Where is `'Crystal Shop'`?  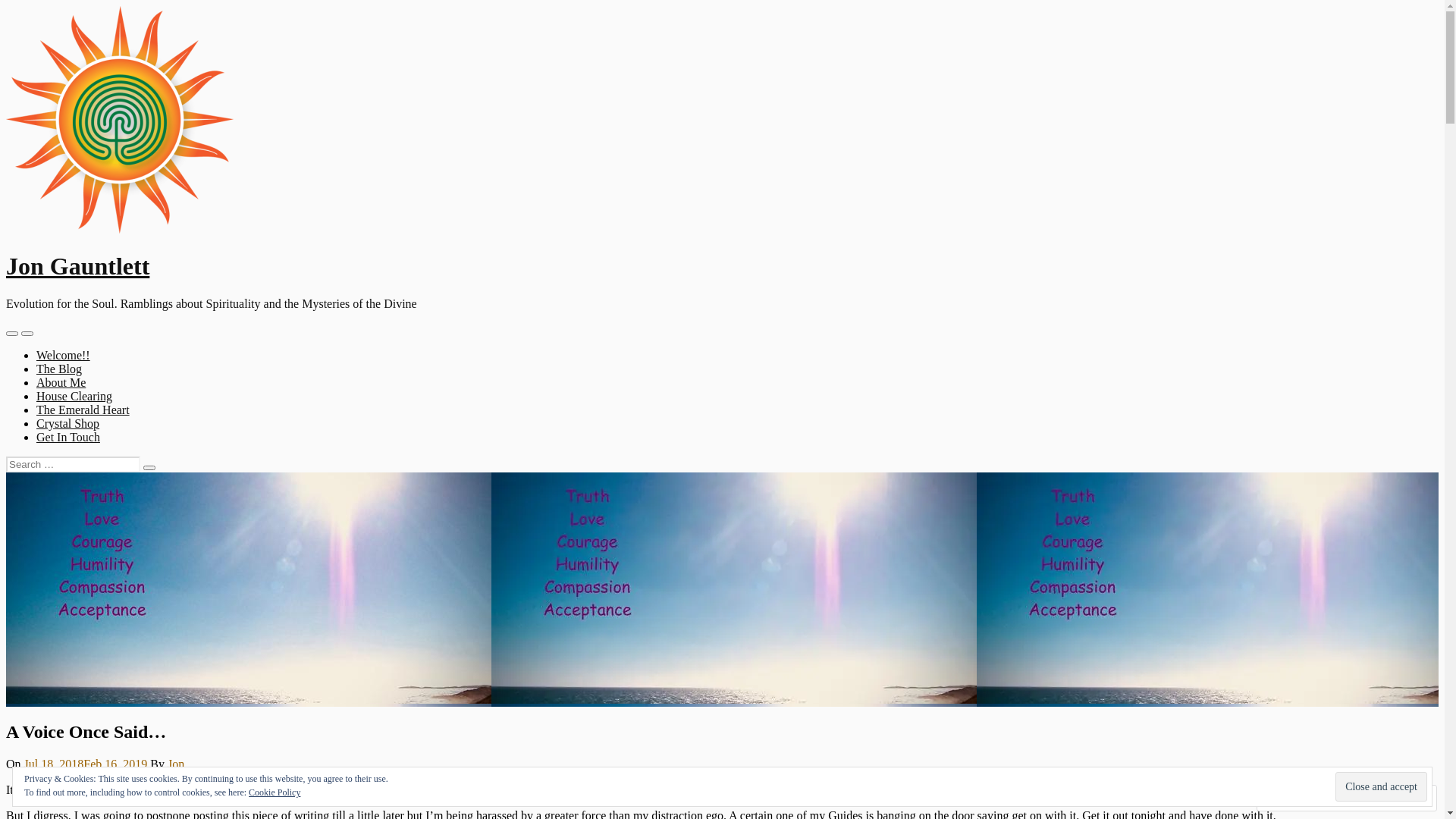 'Crystal Shop' is located at coordinates (67, 423).